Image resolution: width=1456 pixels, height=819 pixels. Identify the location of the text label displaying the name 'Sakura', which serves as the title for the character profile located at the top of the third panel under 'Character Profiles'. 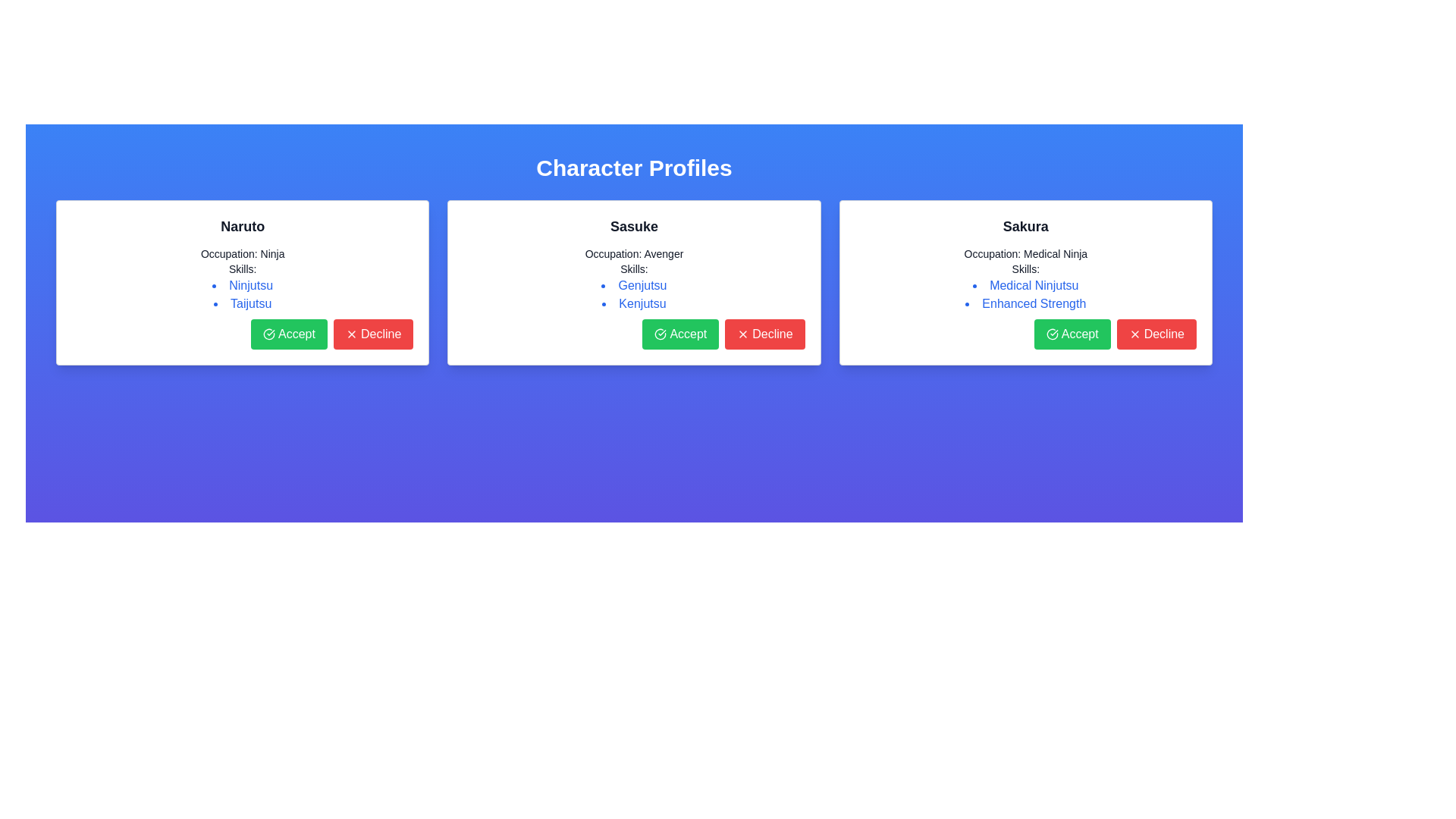
(1025, 227).